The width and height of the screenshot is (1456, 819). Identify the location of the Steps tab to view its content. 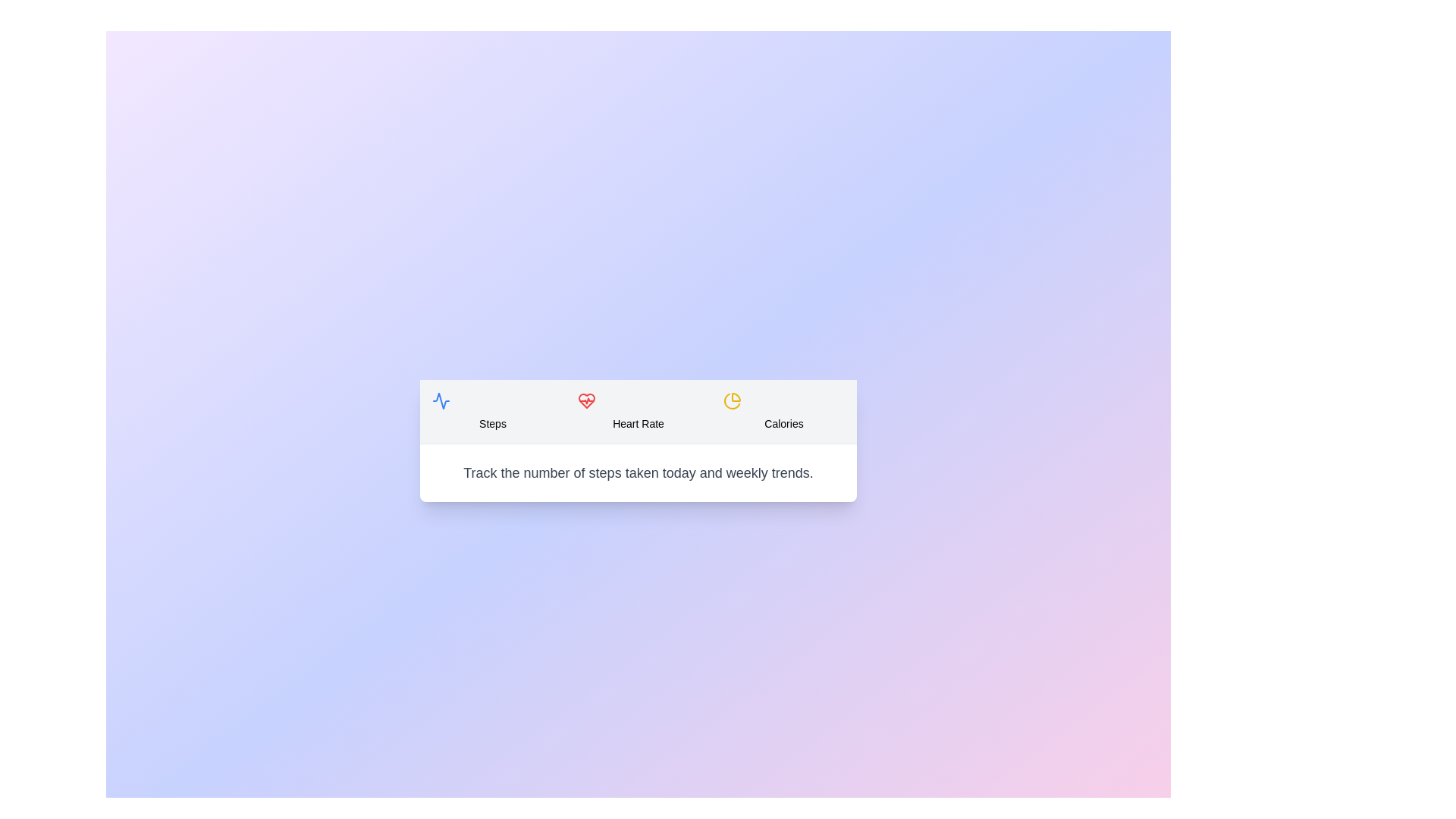
(492, 411).